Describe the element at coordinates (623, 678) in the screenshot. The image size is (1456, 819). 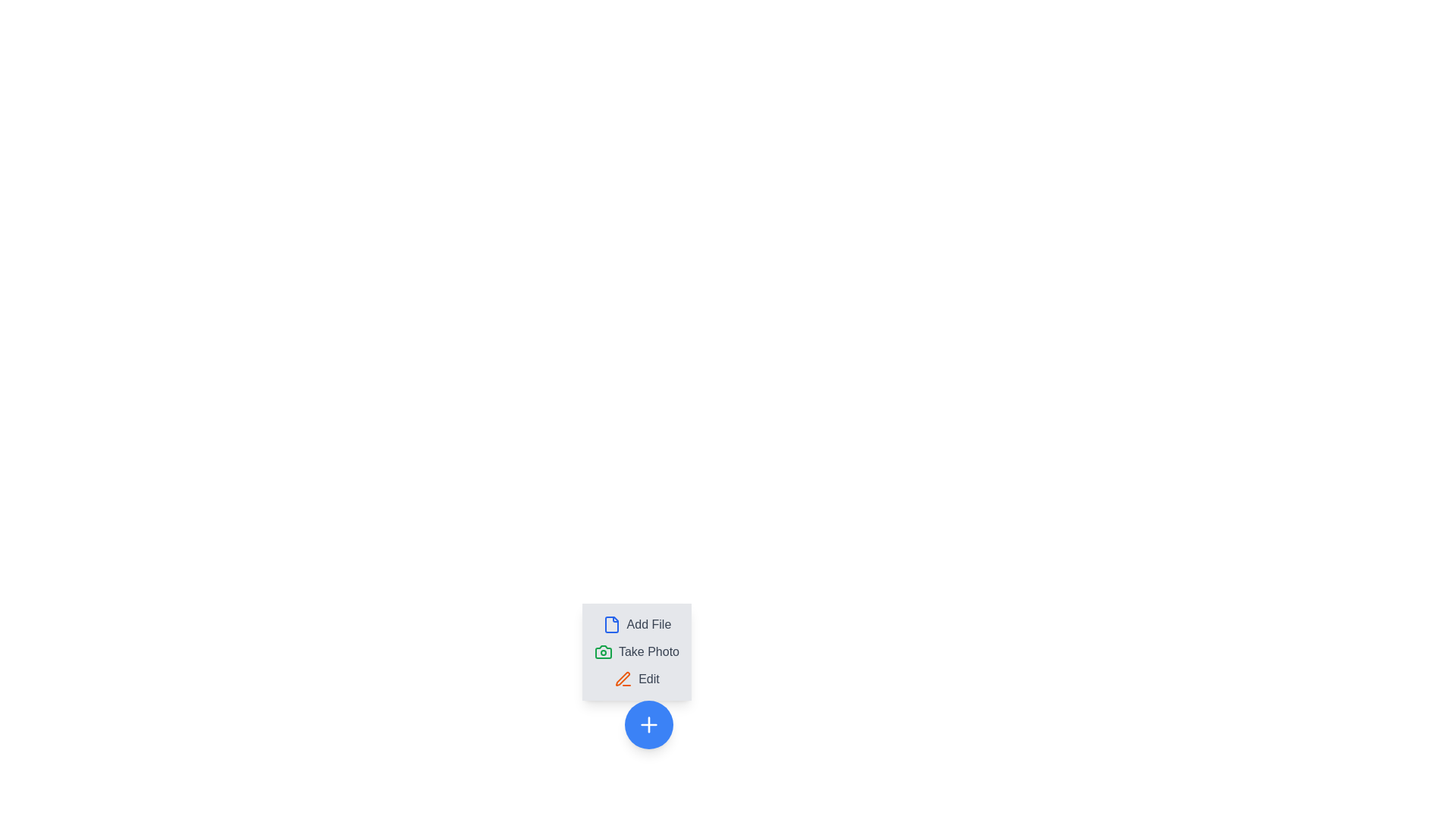
I see `the pen icon representing the 'Edit' functionality, located to the left of the text 'Edit' in the bottom-right menu` at that location.